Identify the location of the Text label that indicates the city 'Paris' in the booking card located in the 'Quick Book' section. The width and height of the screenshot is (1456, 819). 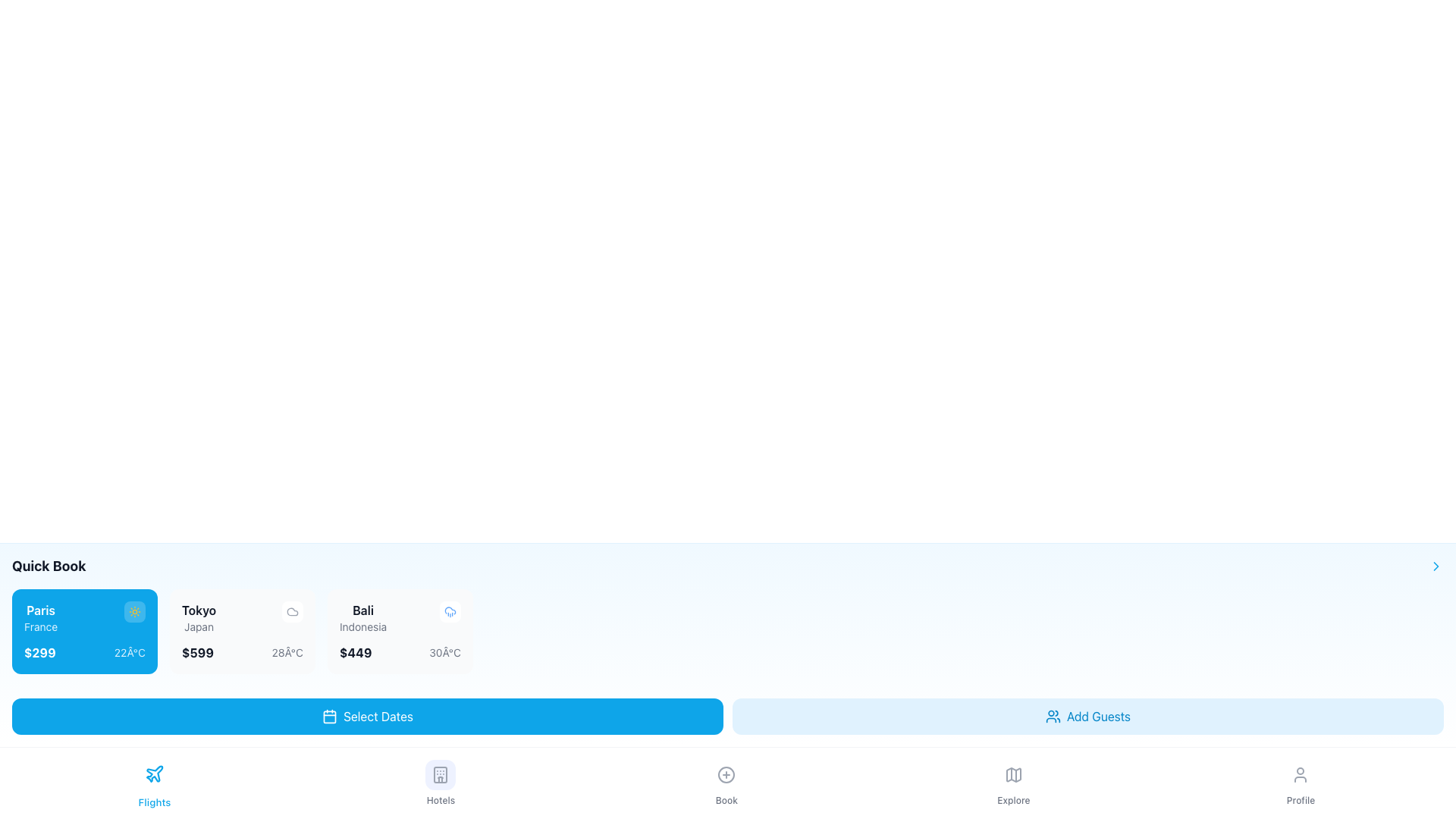
(41, 610).